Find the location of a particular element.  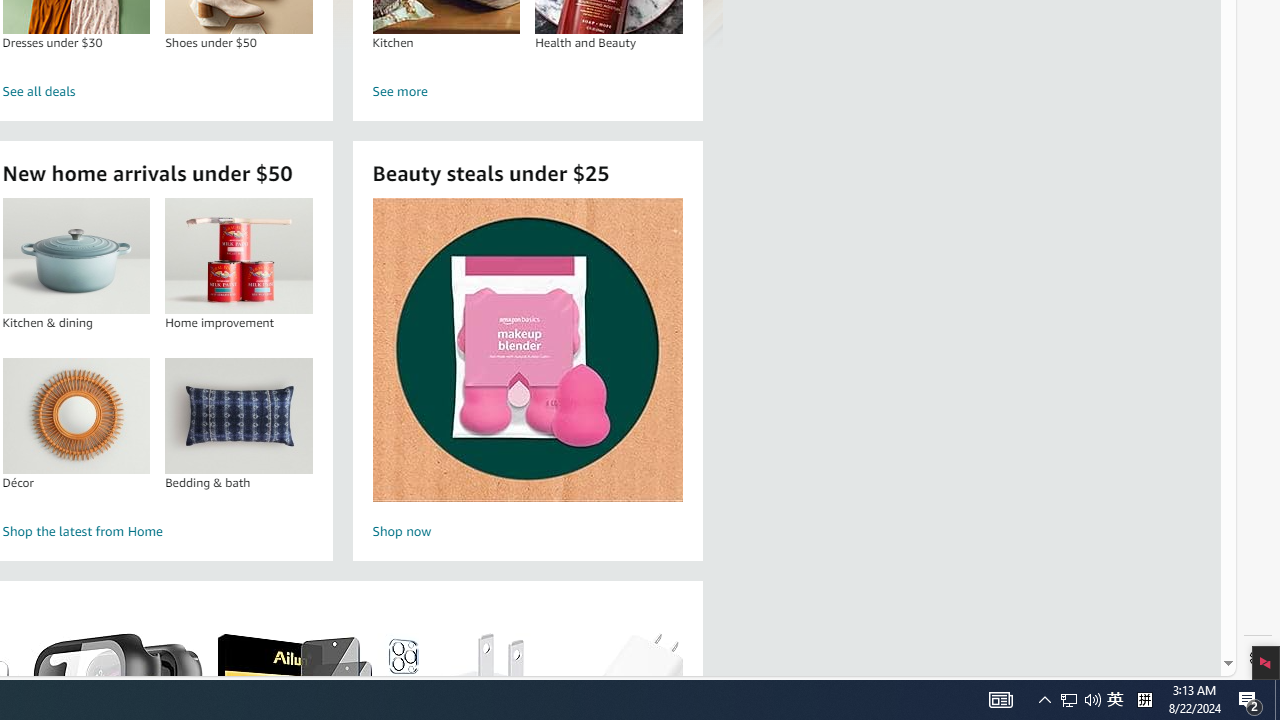

'Home improvement' is located at coordinates (238, 255).